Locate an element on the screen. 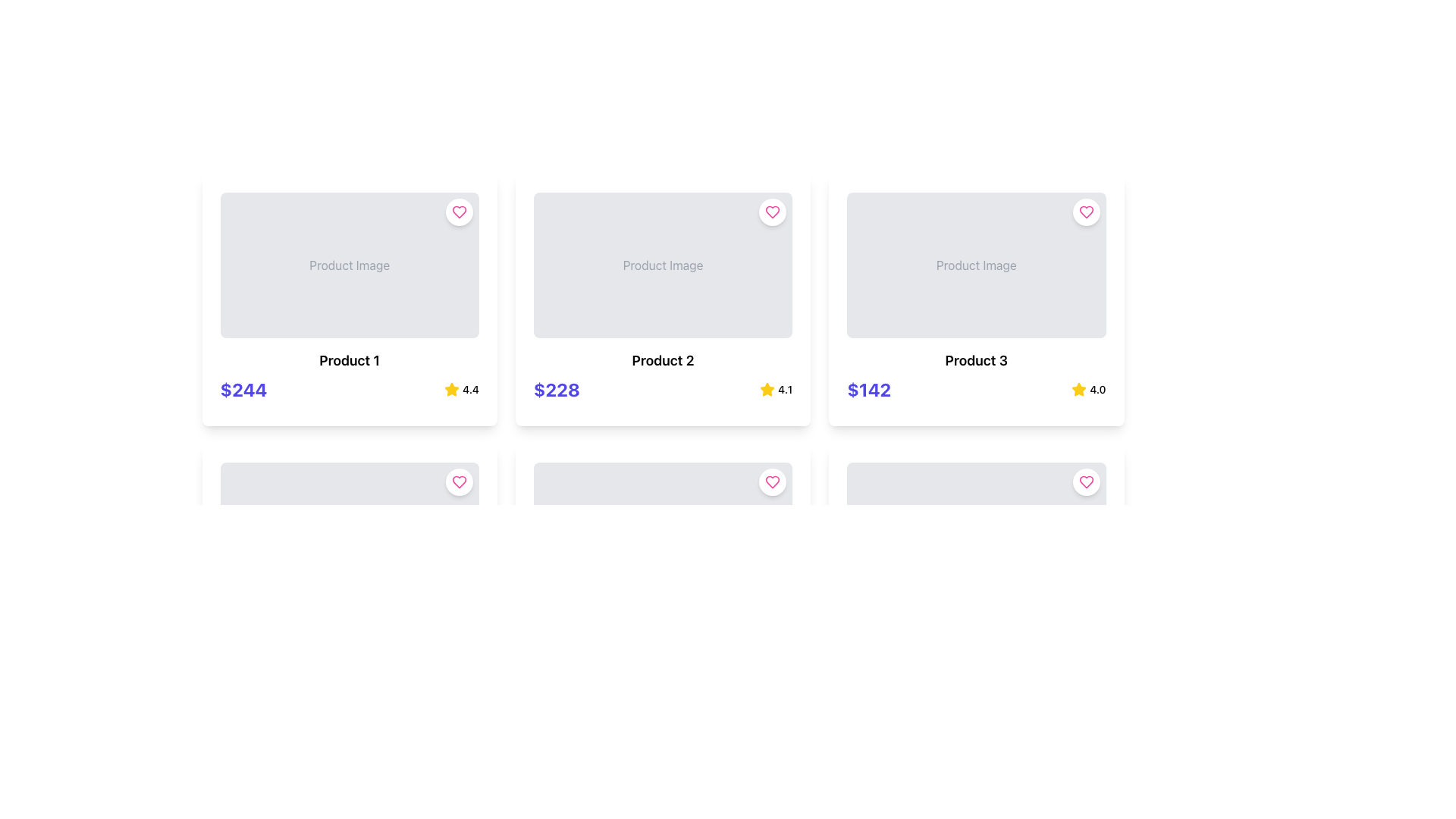 This screenshot has height=819, width=1456. the circular button with a heart icon outlined in pink at the top-right corner of the 'Product 2' display card is located at coordinates (773, 212).